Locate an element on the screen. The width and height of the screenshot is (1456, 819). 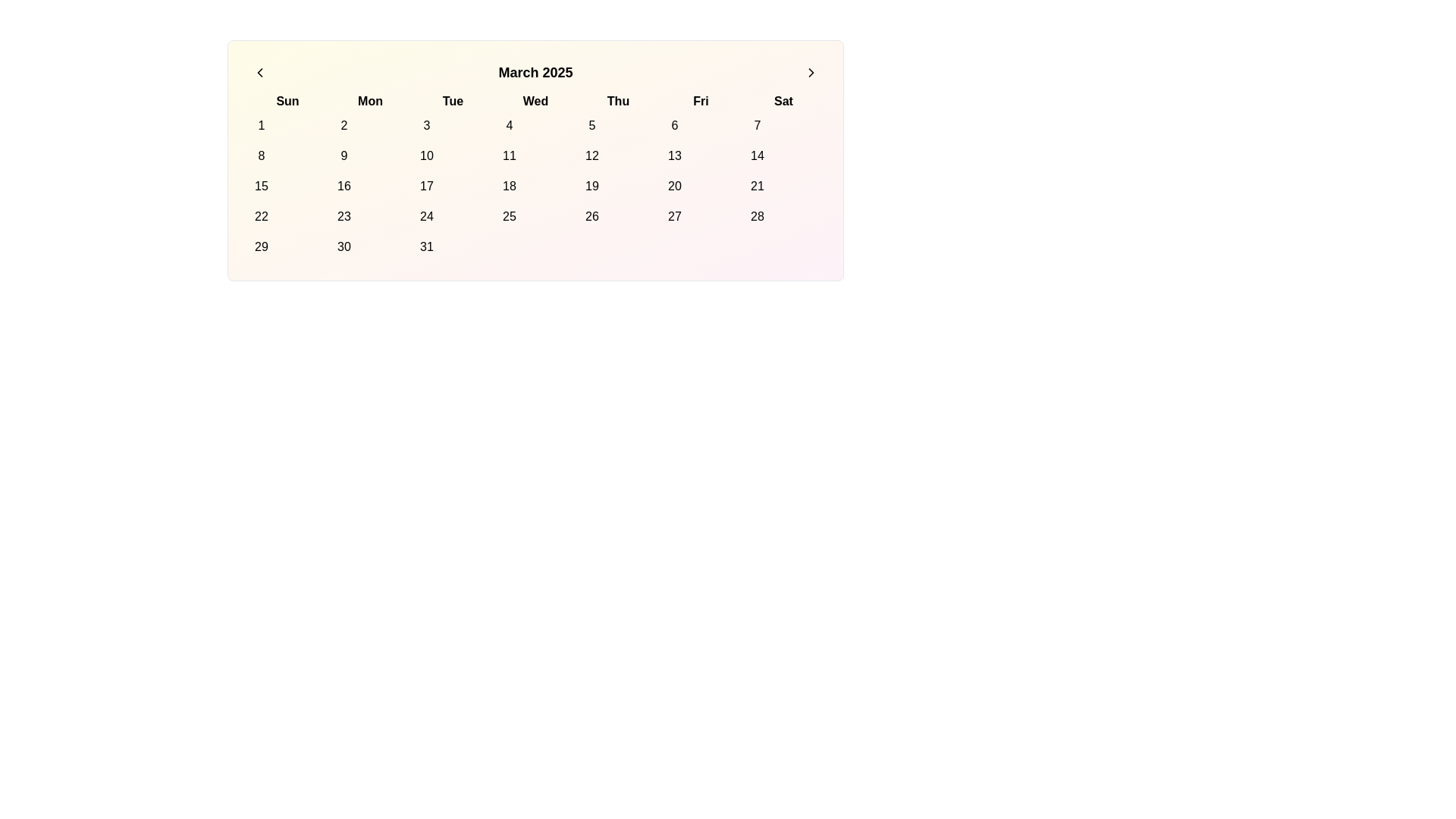
the left-facing chevron arrow icon located in the header section of the calendar interface is located at coordinates (259, 73).